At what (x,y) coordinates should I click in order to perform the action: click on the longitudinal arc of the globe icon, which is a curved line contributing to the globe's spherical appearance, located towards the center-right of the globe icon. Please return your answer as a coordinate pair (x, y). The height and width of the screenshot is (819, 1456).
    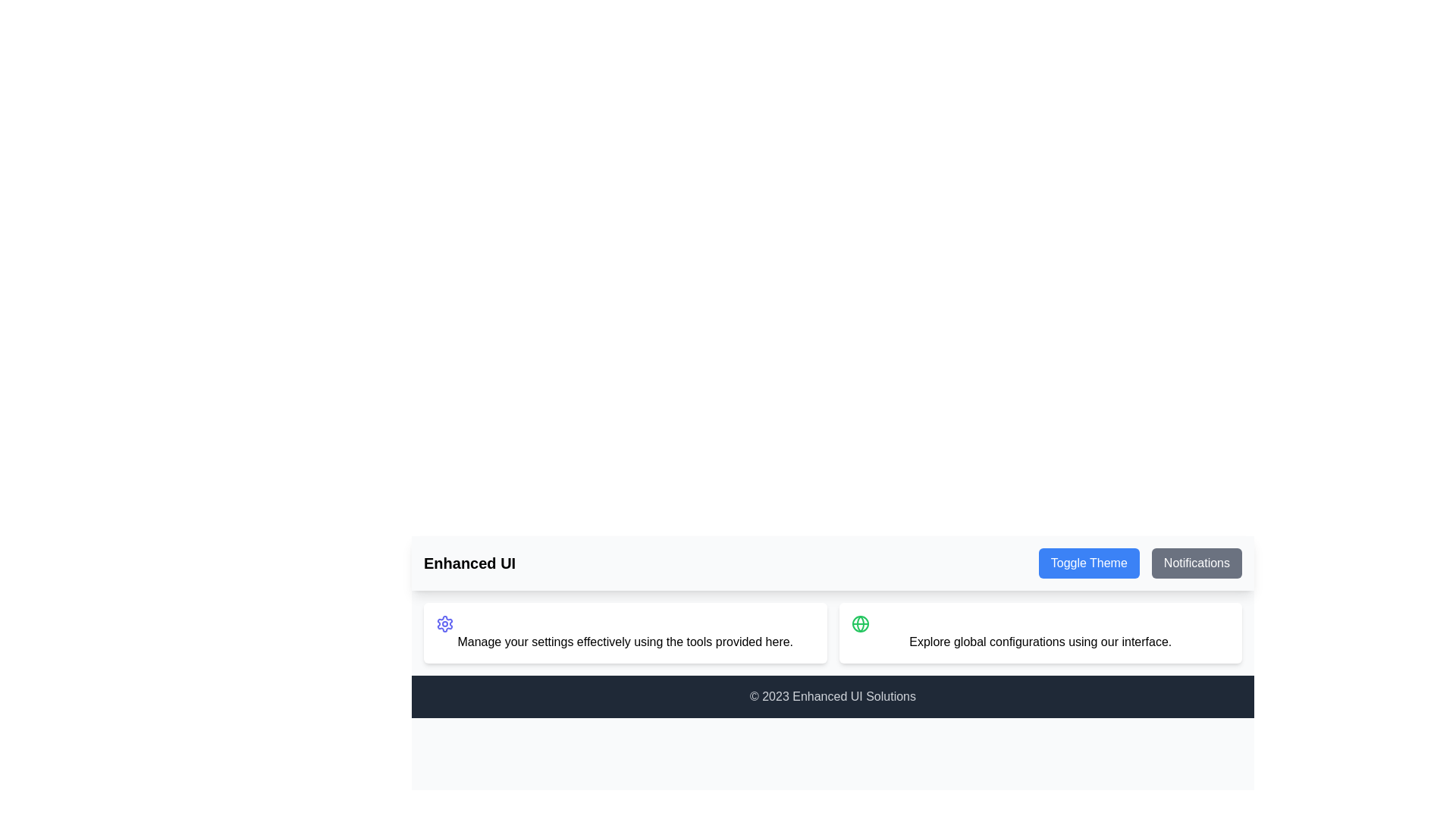
    Looking at the image, I should click on (860, 623).